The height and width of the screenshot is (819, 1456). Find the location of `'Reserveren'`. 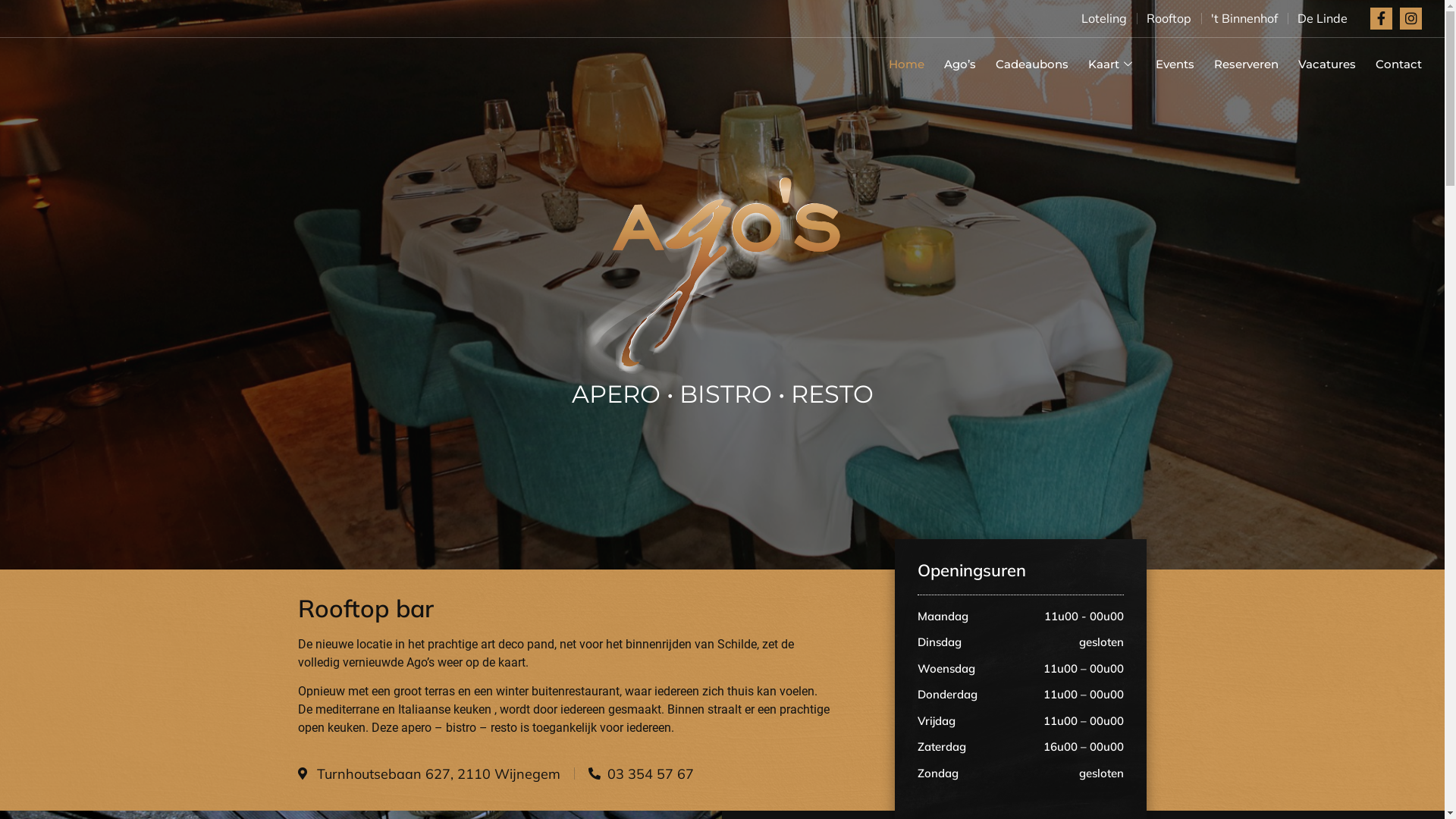

'Reserveren' is located at coordinates (1236, 63).